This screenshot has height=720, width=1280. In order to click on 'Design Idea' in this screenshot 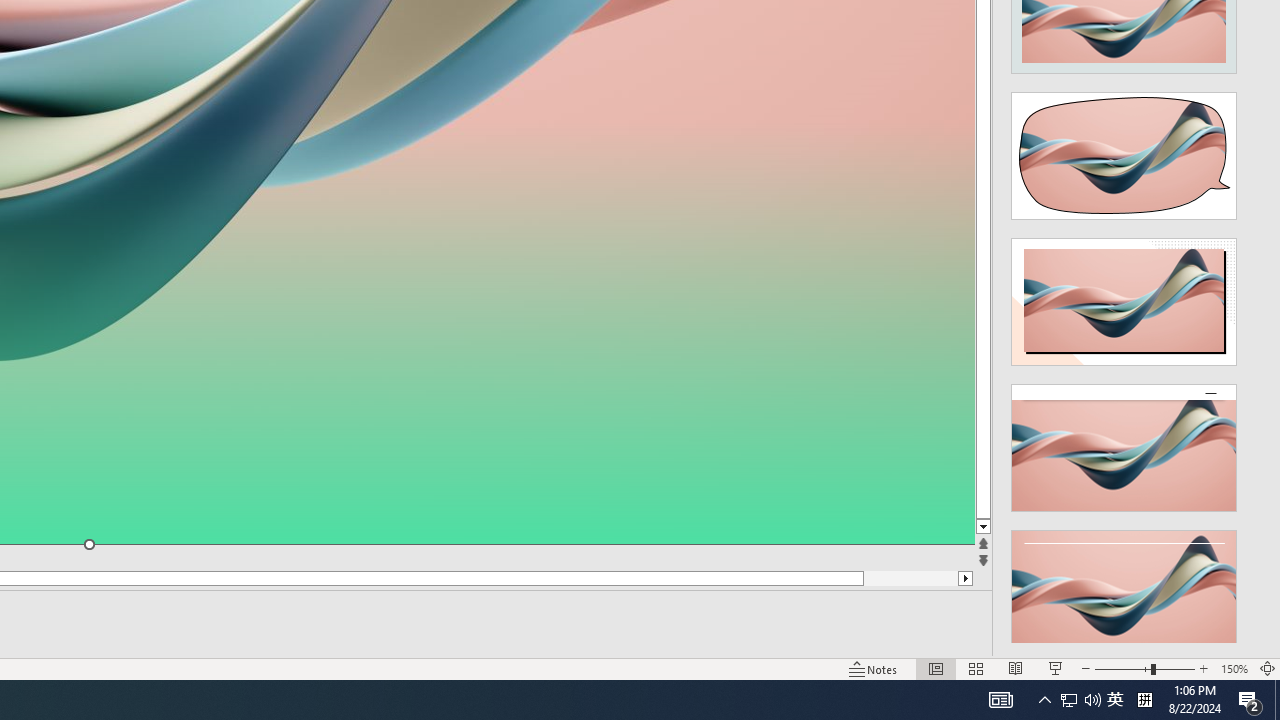, I will do `click(1124, 586)`.